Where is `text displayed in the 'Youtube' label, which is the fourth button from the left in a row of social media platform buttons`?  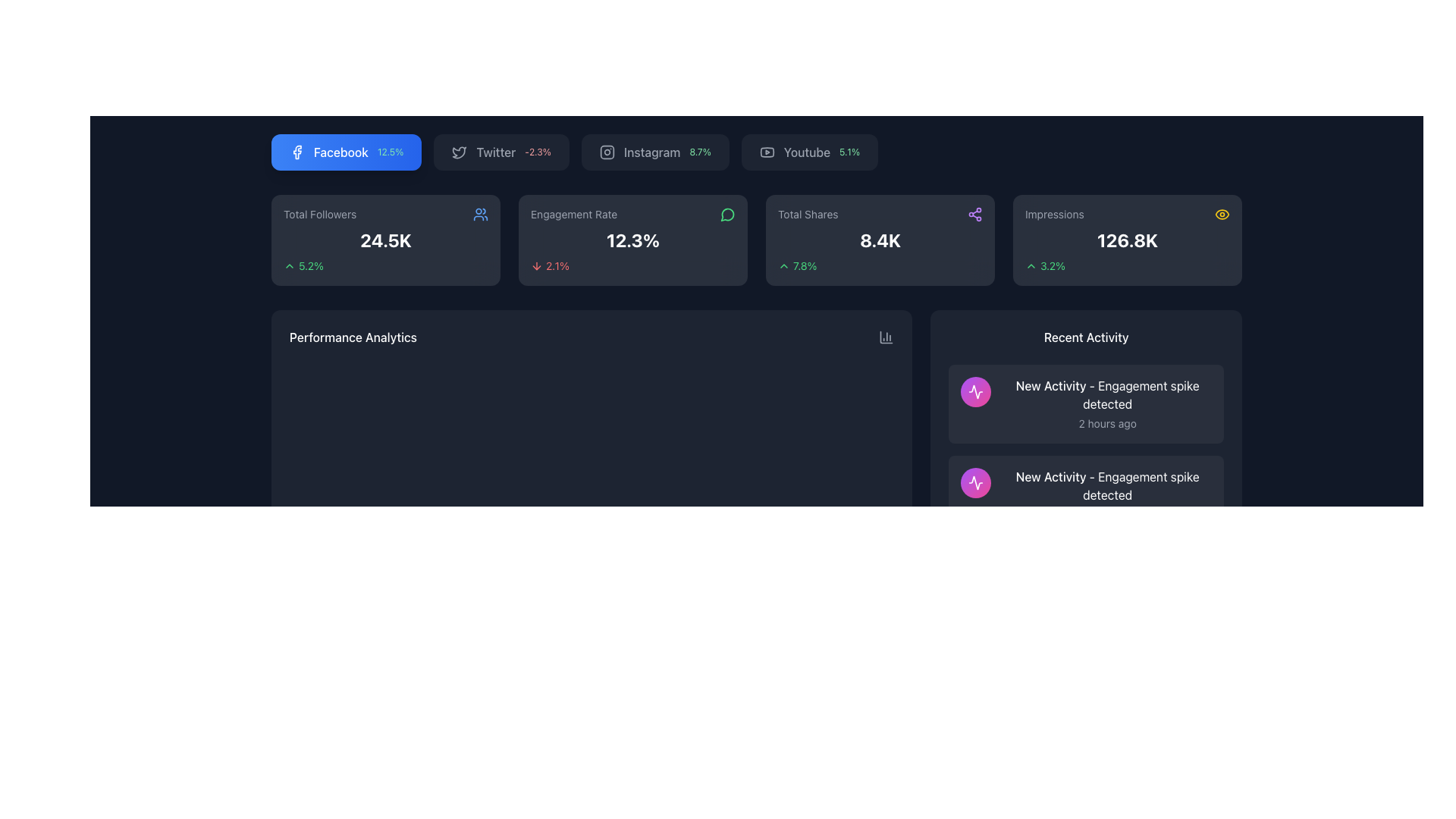
text displayed in the 'Youtube' label, which is the fourth button from the left in a row of social media platform buttons is located at coordinates (806, 152).